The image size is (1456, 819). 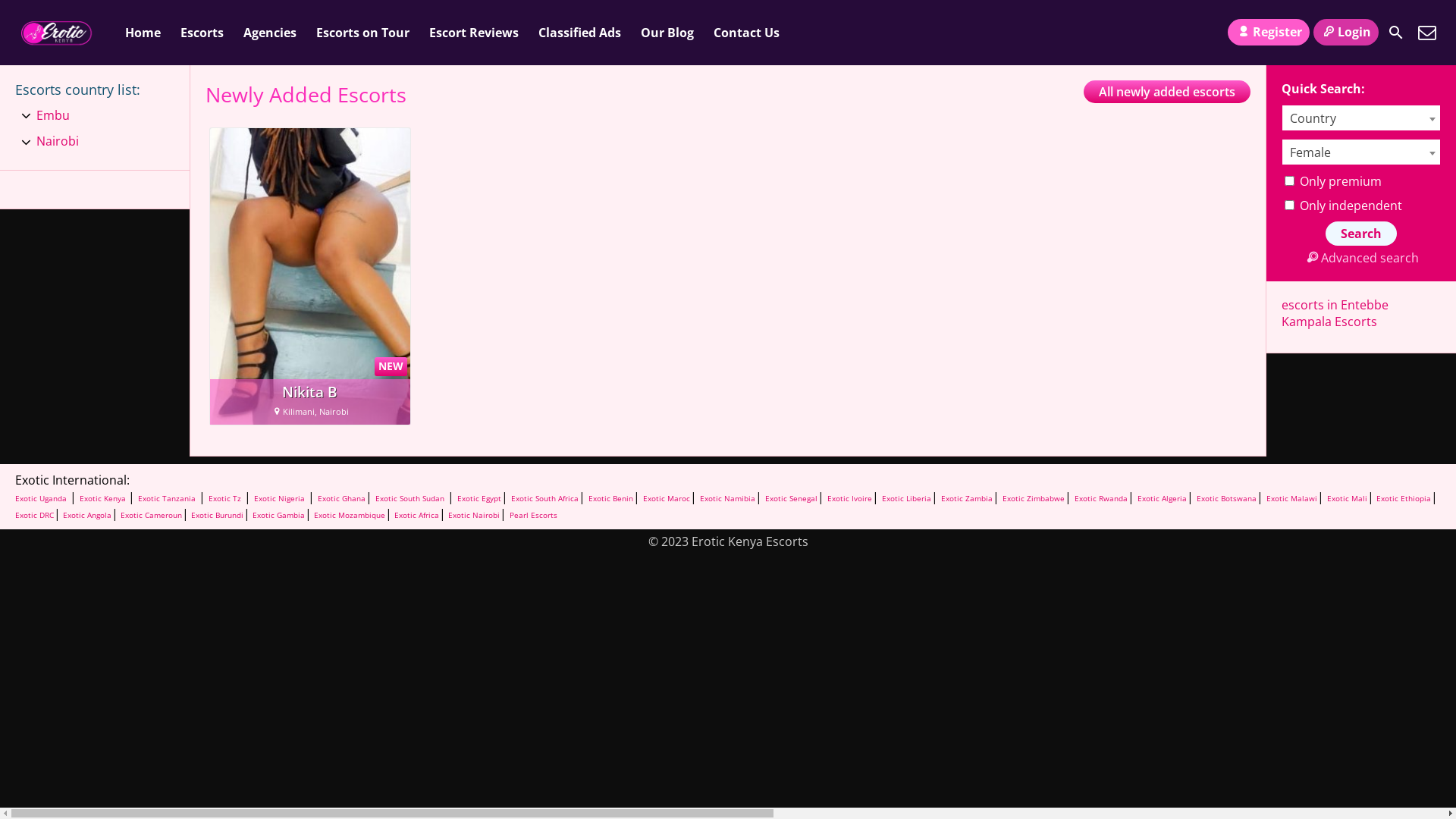 What do you see at coordinates (533, 513) in the screenshot?
I see `'Pearl Escorts'` at bounding box center [533, 513].